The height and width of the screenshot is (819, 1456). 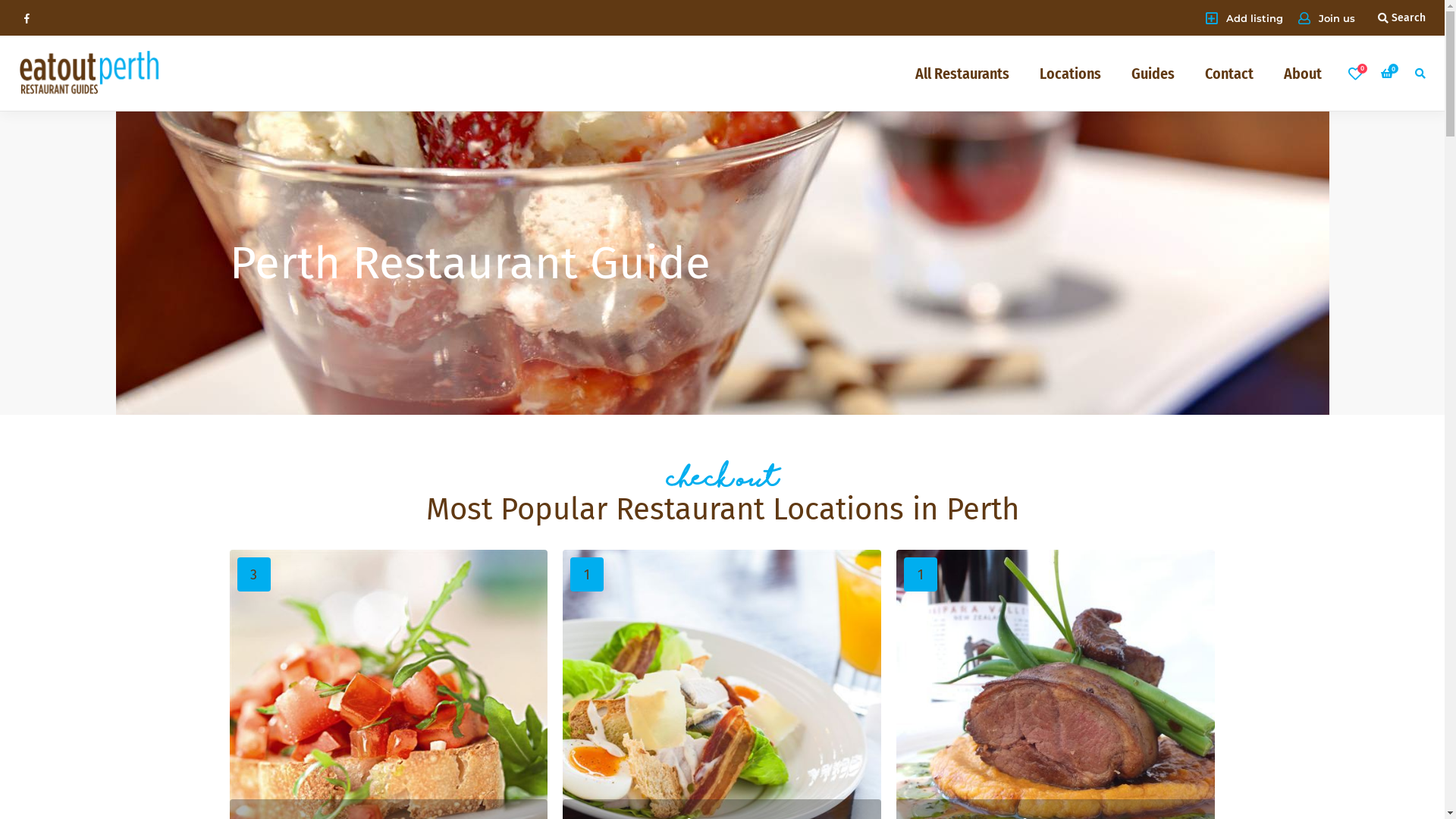 I want to click on '0', so click(x=1354, y=73).